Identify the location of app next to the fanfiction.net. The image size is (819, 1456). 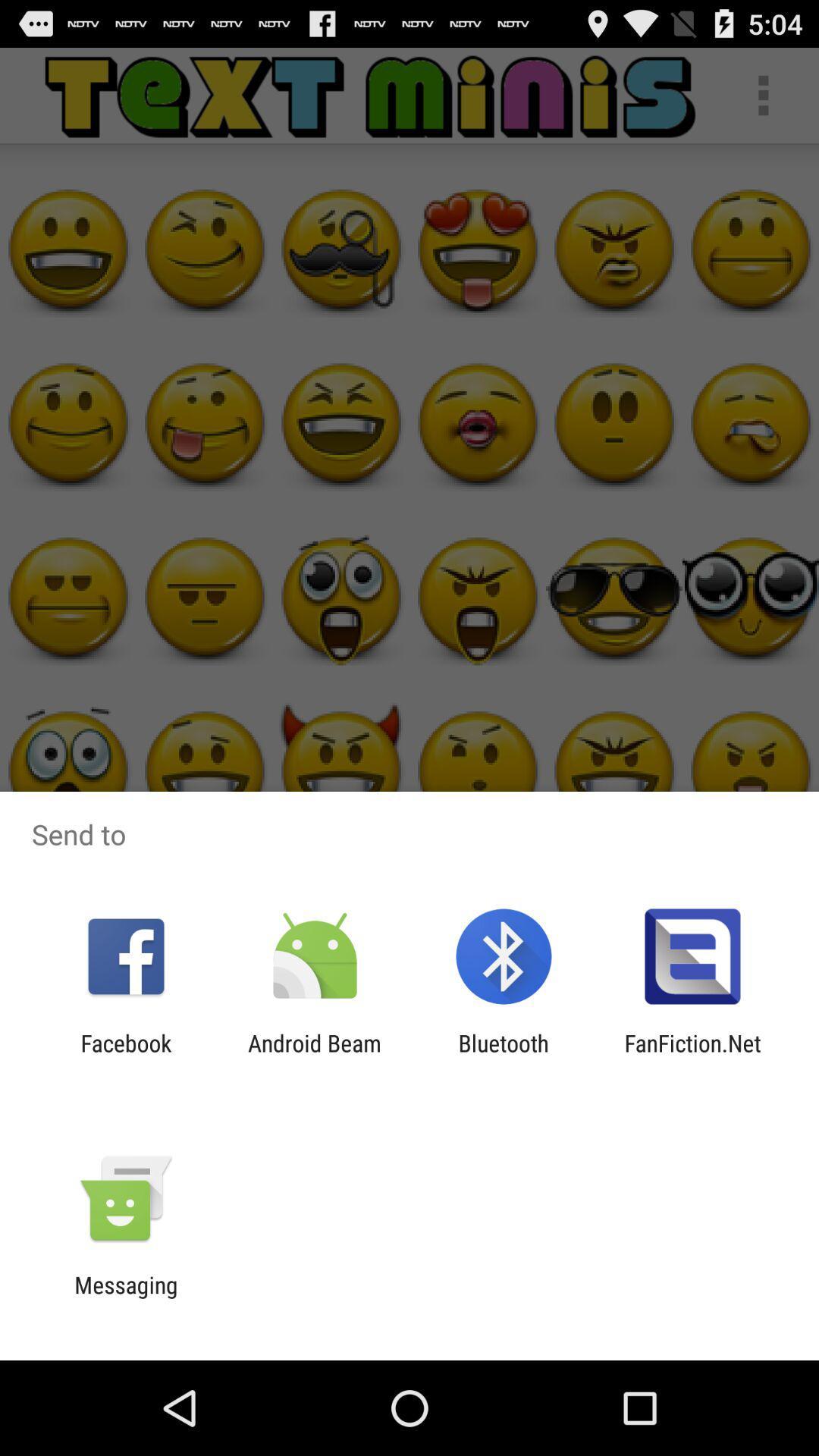
(504, 1056).